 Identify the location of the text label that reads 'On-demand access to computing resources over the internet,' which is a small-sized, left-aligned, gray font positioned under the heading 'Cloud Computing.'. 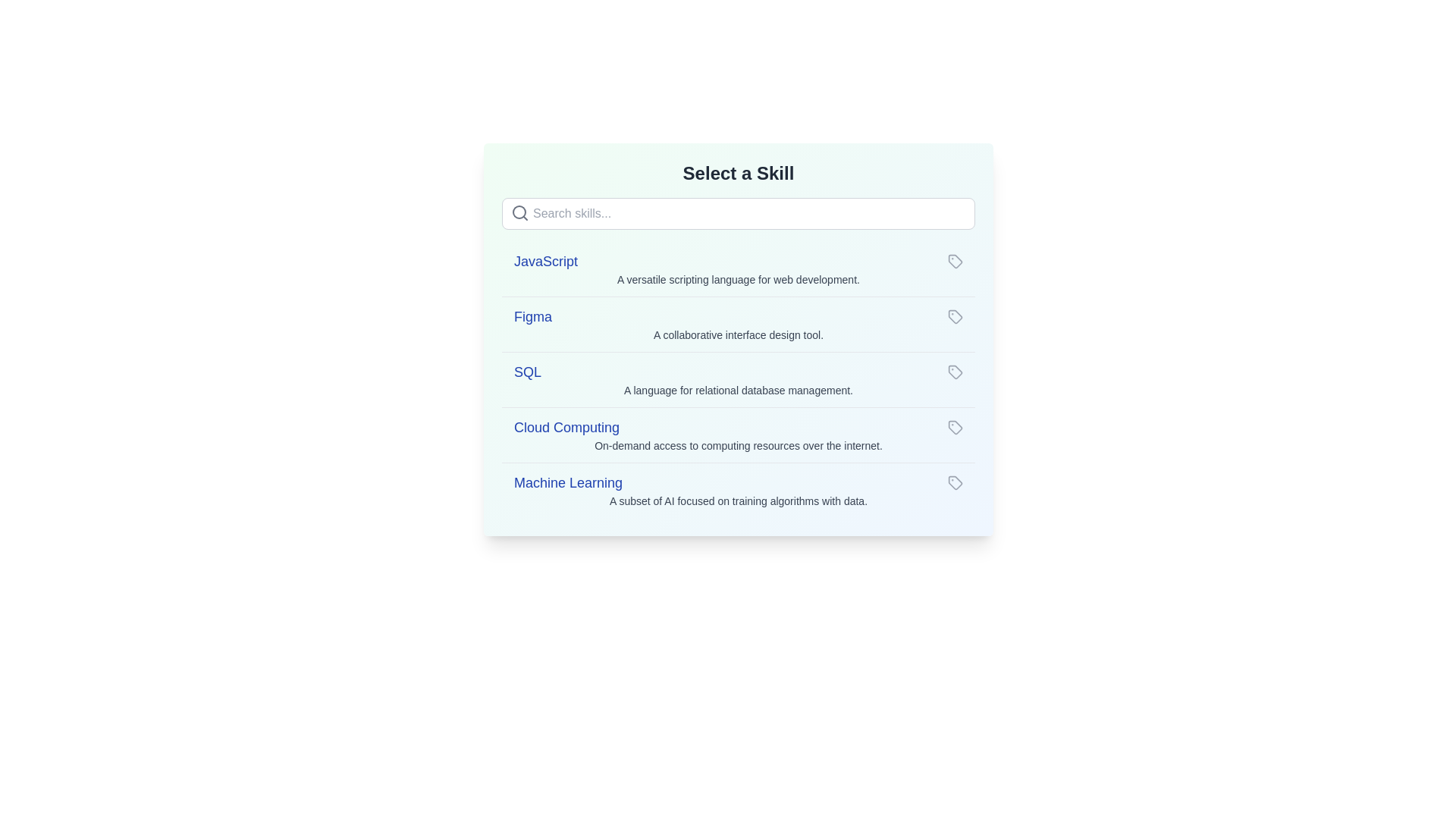
(739, 444).